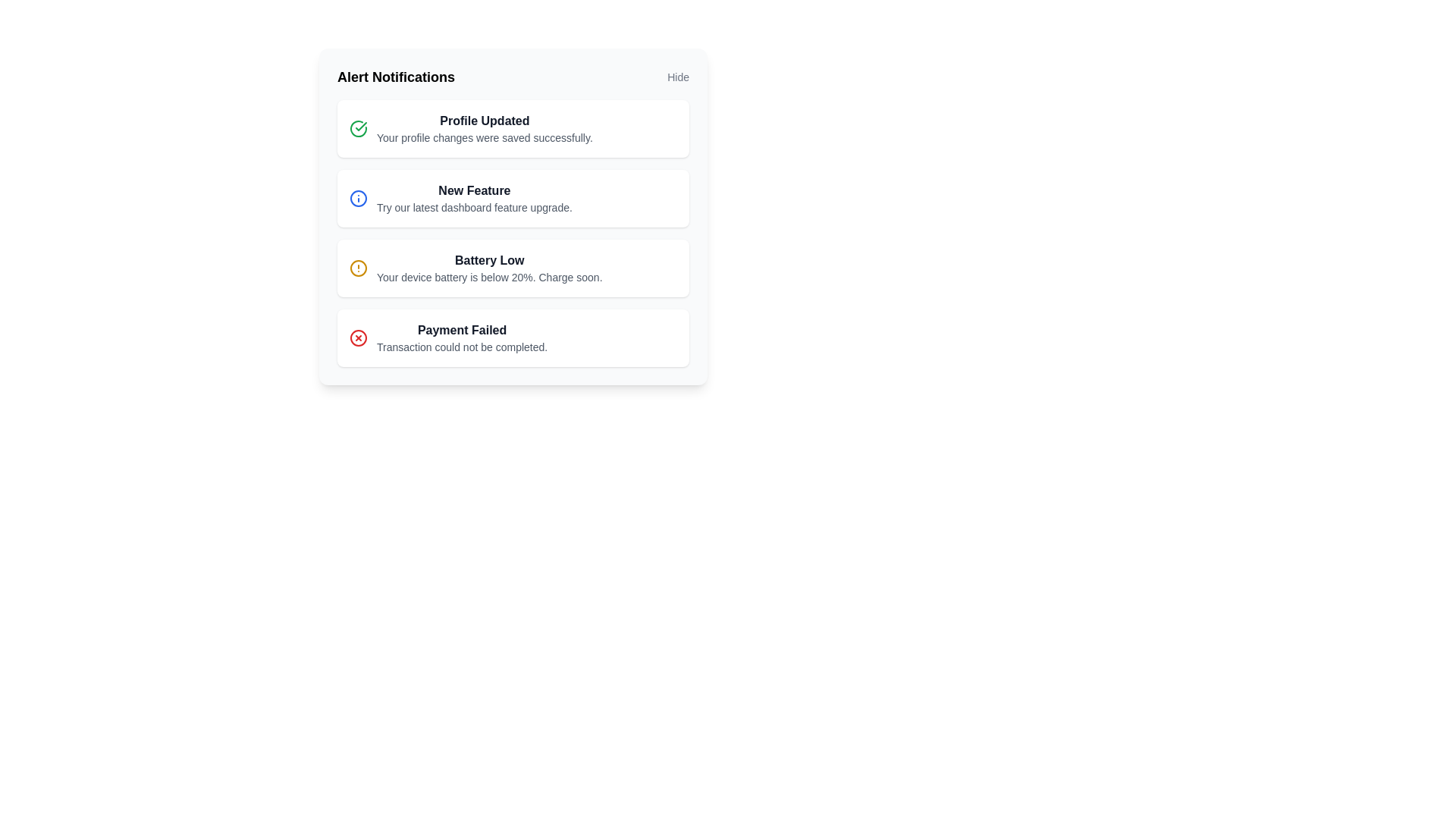 The width and height of the screenshot is (1456, 819). I want to click on the notification alert about the failed payment attempt, which is the fourth notification block in the 'Alert Notifications' section, so click(513, 337).